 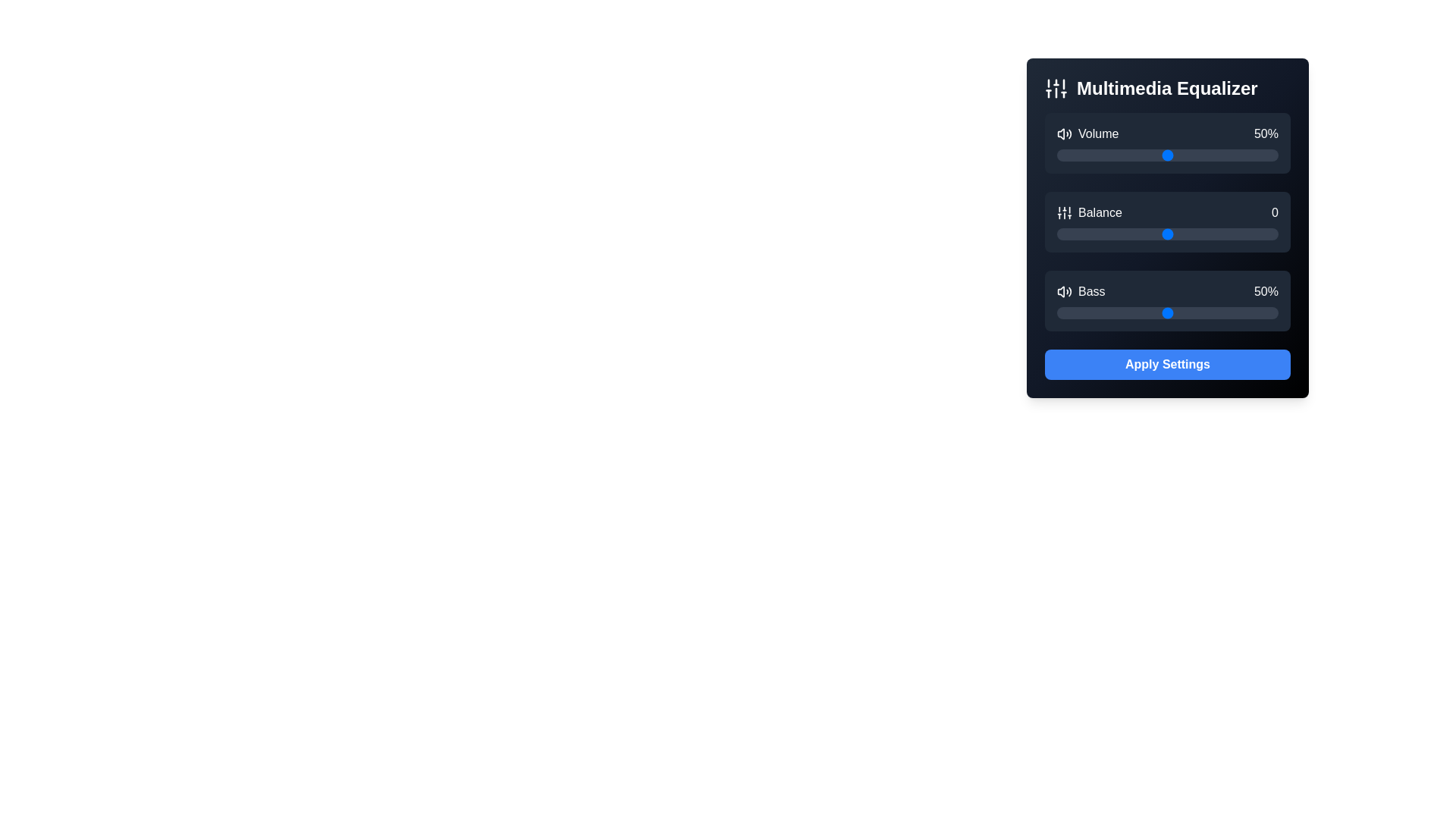 I want to click on the volume level, so click(x=1083, y=155).